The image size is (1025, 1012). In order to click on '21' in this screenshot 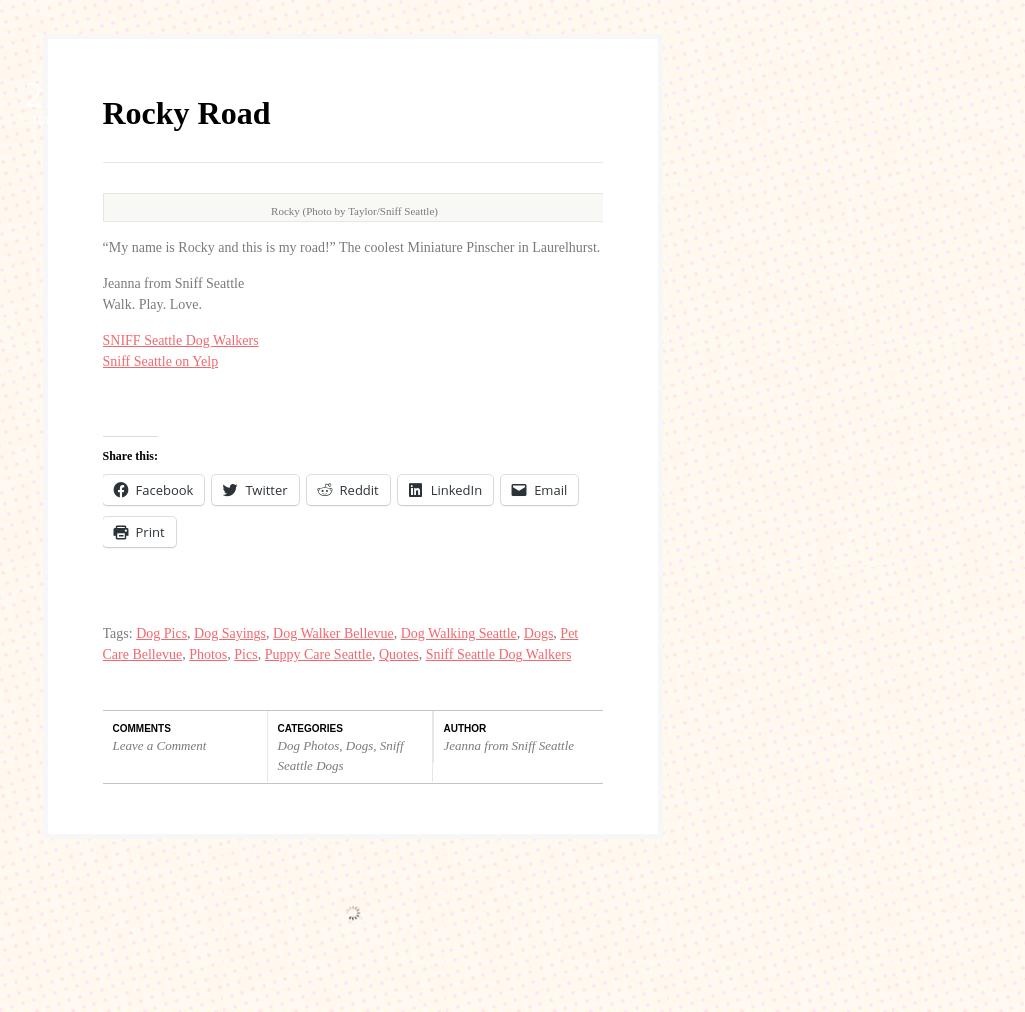, I will do `click(25, 584)`.